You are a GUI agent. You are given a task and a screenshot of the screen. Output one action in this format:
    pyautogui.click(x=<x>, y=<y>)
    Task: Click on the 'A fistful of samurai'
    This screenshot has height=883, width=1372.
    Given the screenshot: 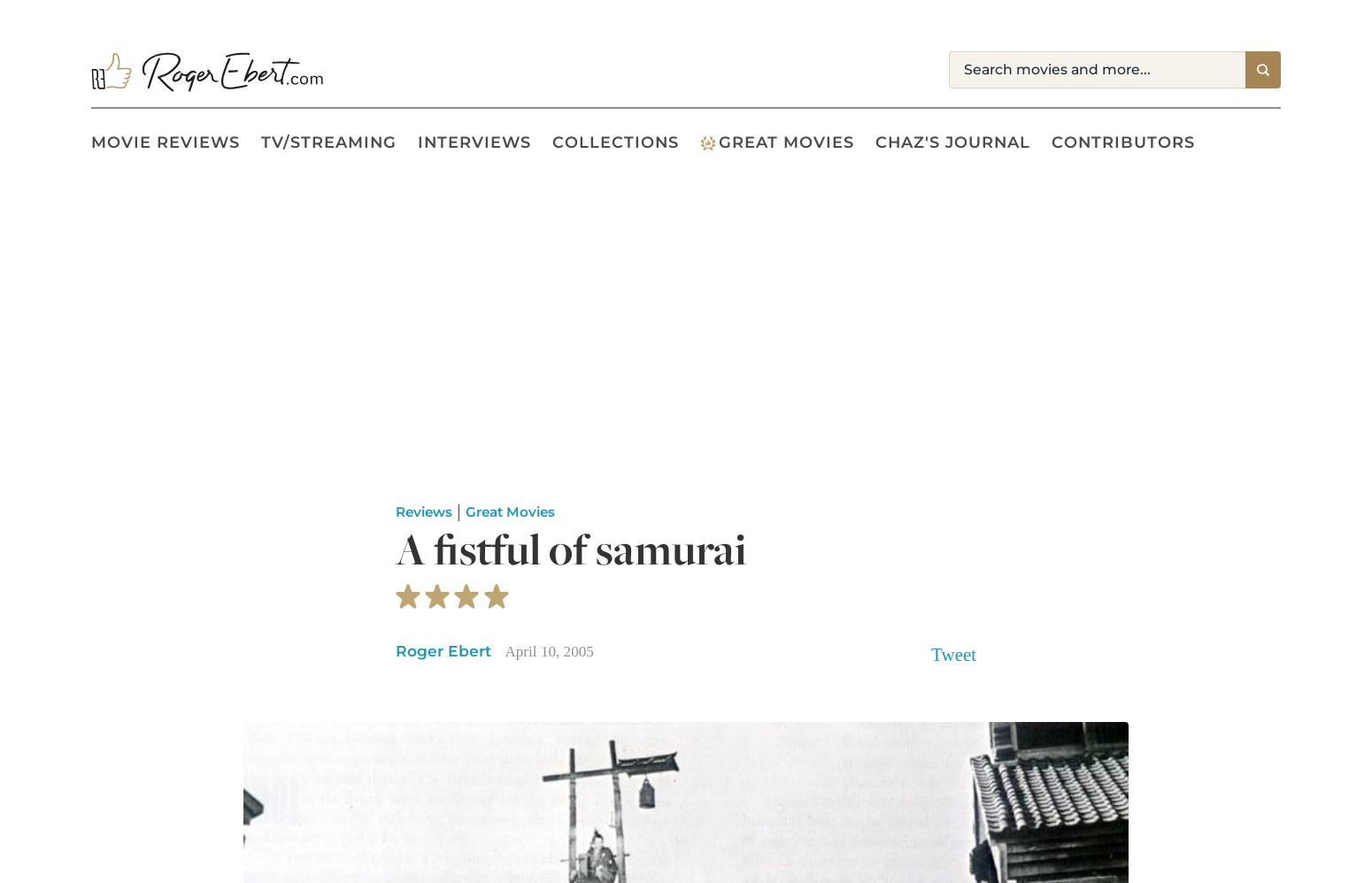 What is the action you would take?
    pyautogui.click(x=569, y=549)
    